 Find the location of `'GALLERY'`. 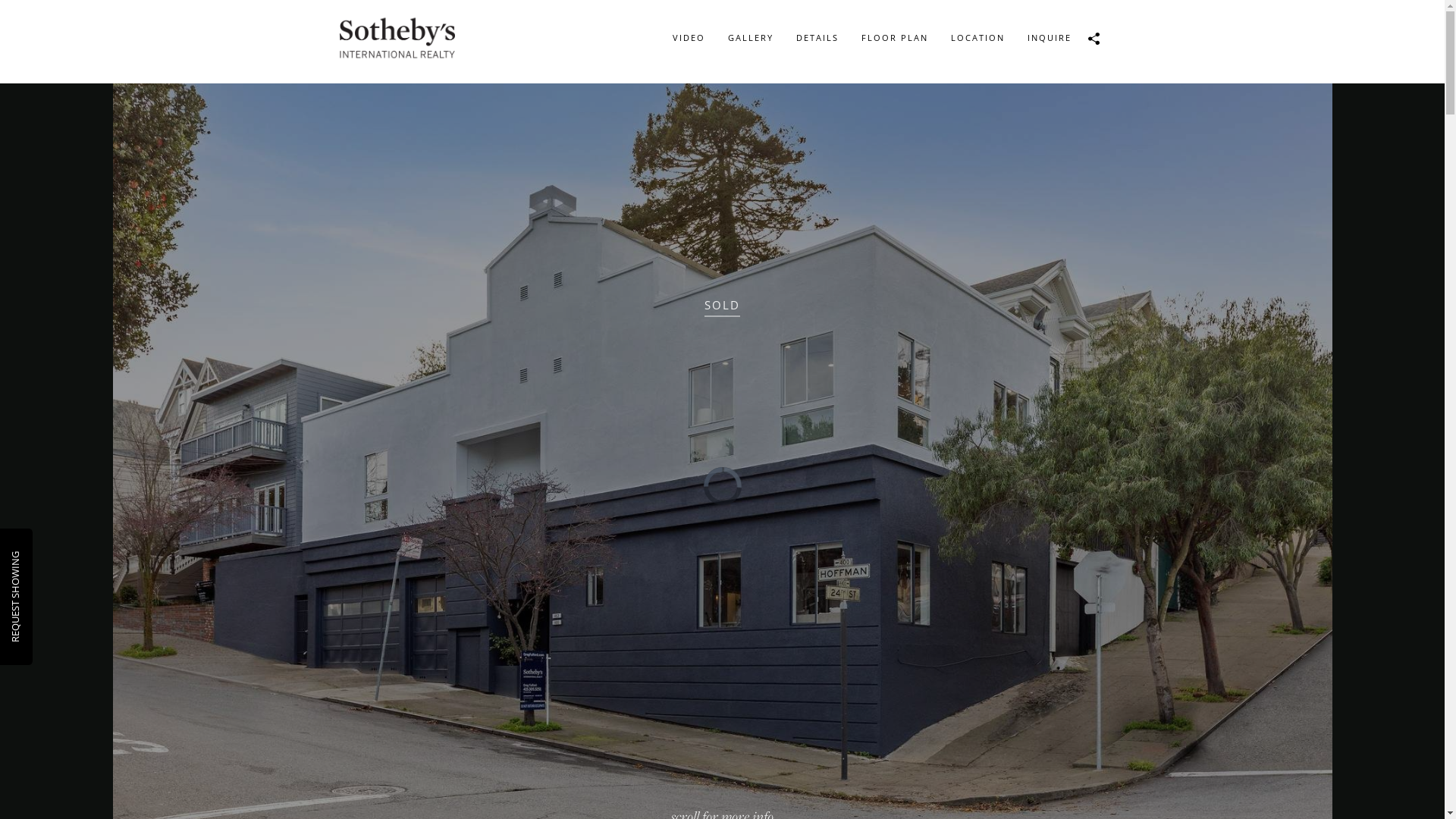

'GALLERY' is located at coordinates (715, 37).